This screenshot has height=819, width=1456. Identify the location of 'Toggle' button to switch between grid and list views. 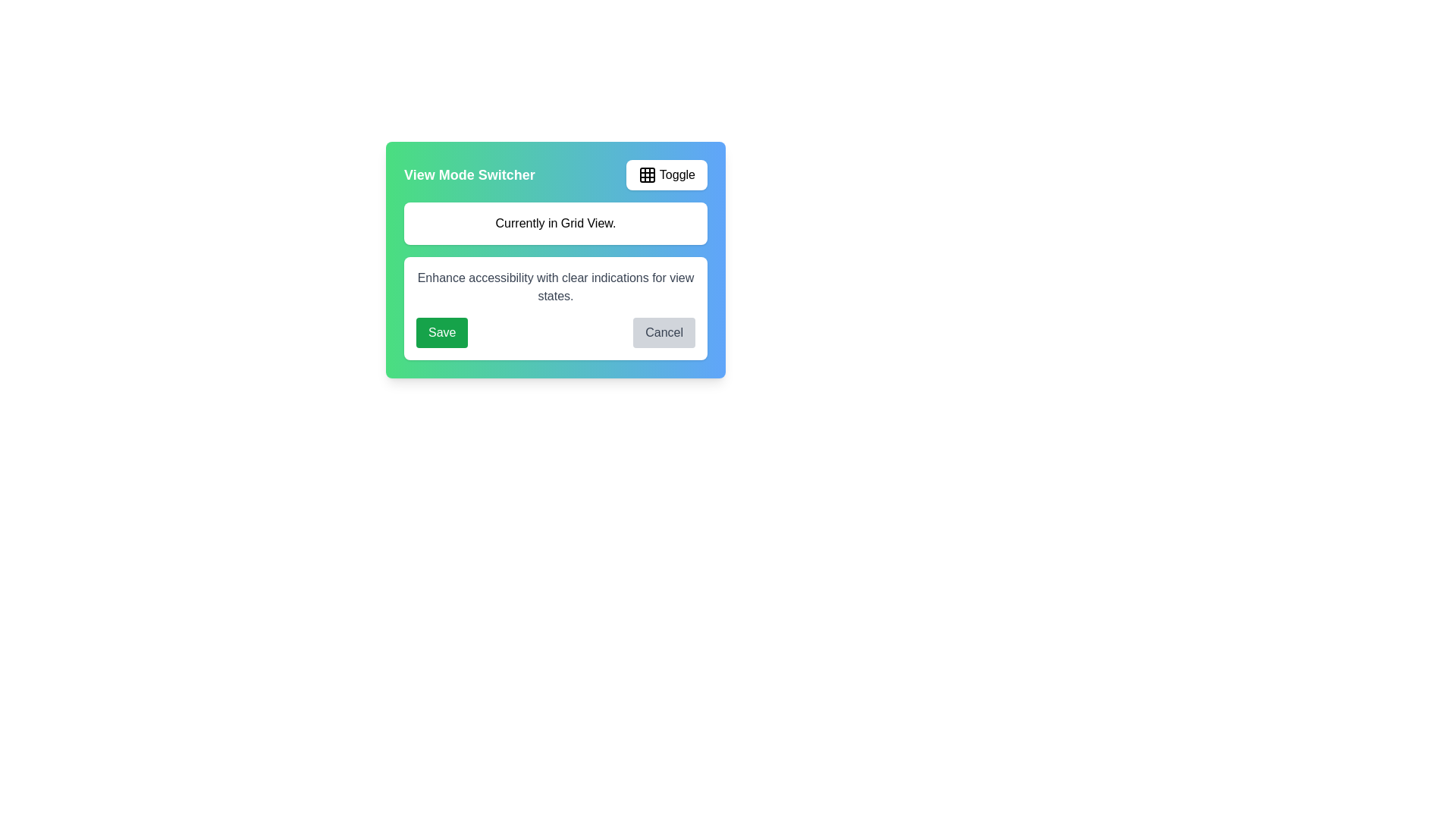
(666, 174).